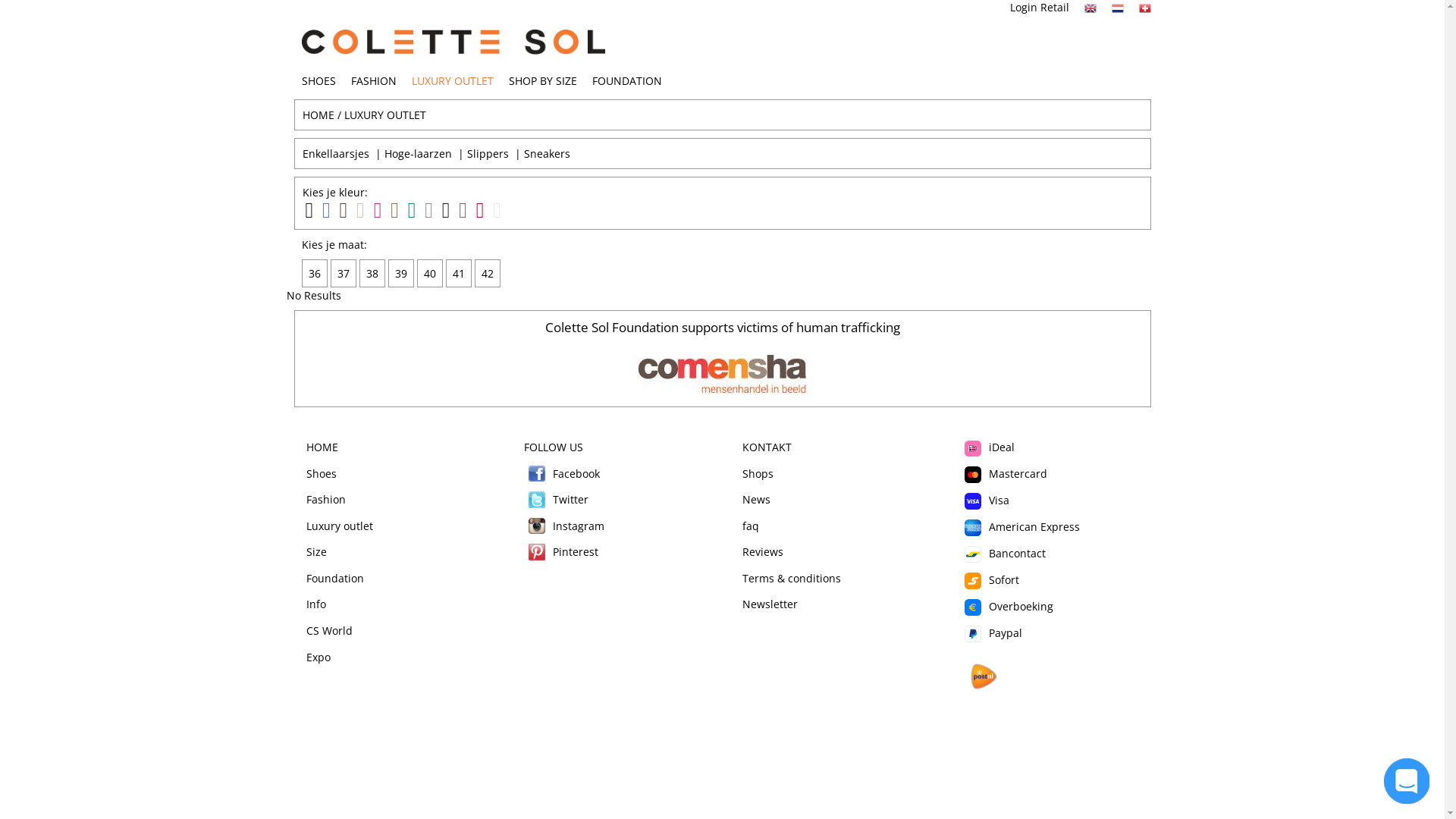 The image size is (1456, 819). Describe the element at coordinates (755, 499) in the screenshot. I see `'News'` at that location.